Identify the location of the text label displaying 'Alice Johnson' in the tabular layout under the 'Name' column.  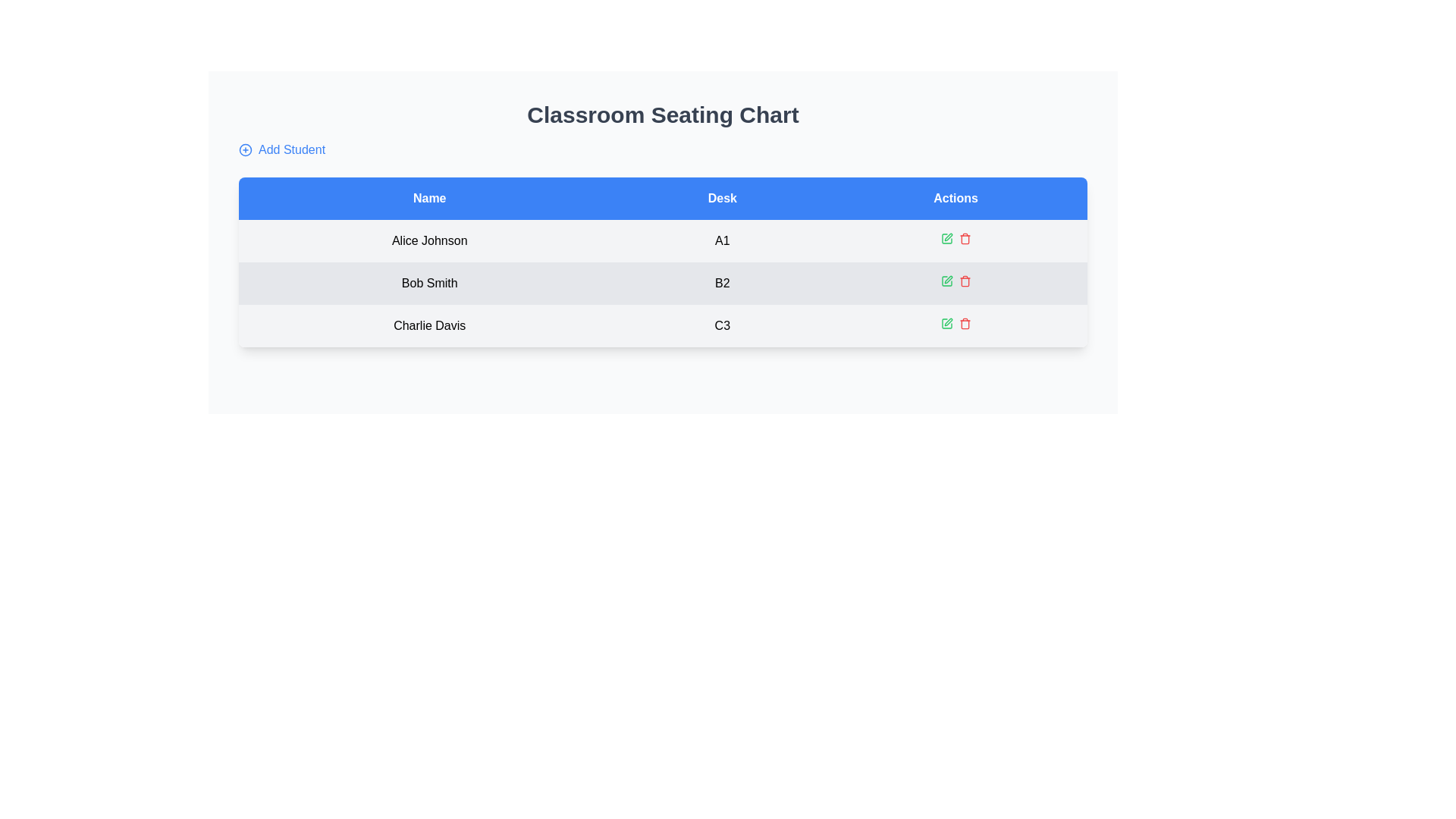
(428, 240).